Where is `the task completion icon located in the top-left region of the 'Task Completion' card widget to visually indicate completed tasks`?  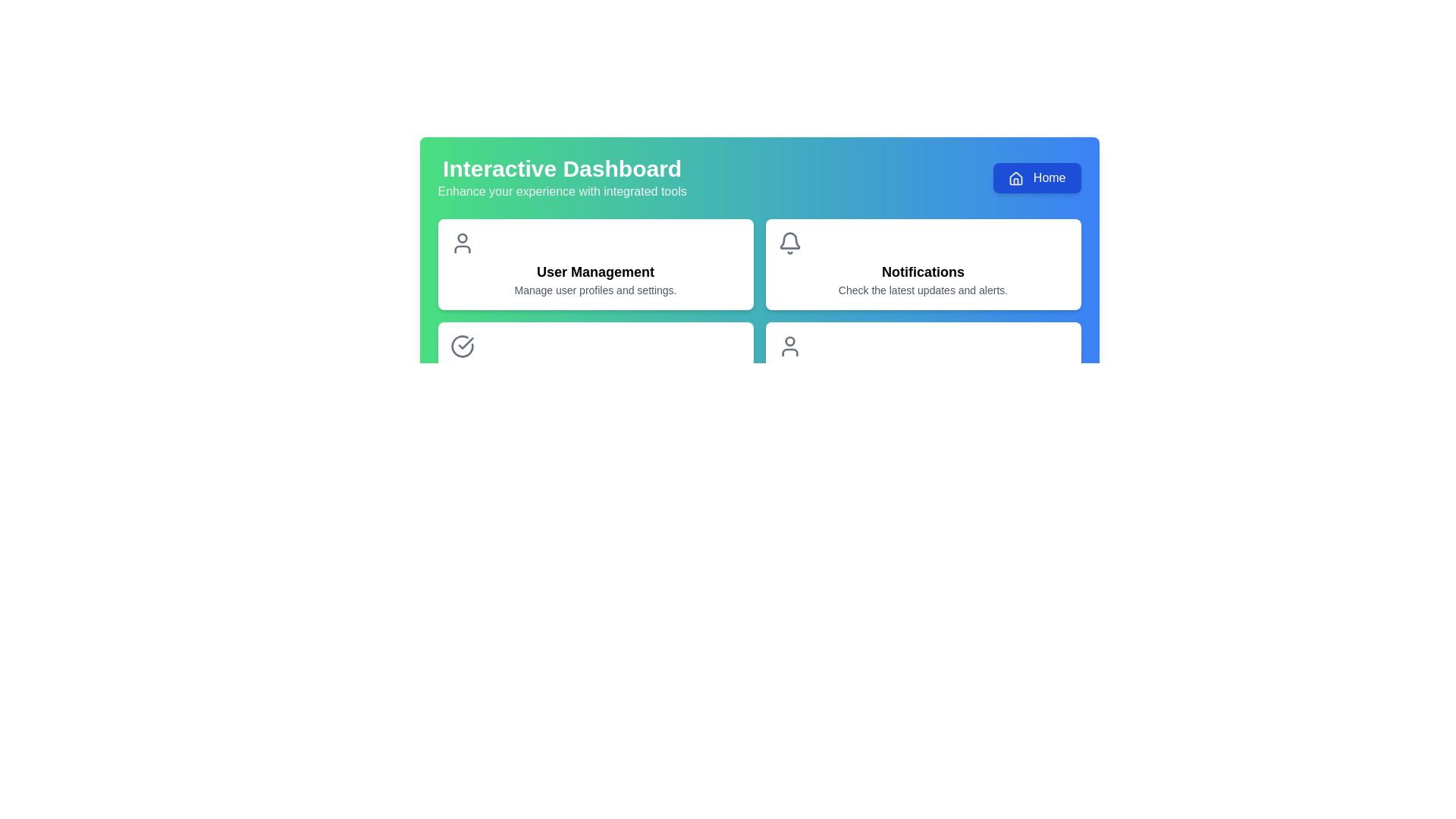 the task completion icon located in the top-left region of the 'Task Completion' card widget to visually indicate completed tasks is located at coordinates (461, 346).